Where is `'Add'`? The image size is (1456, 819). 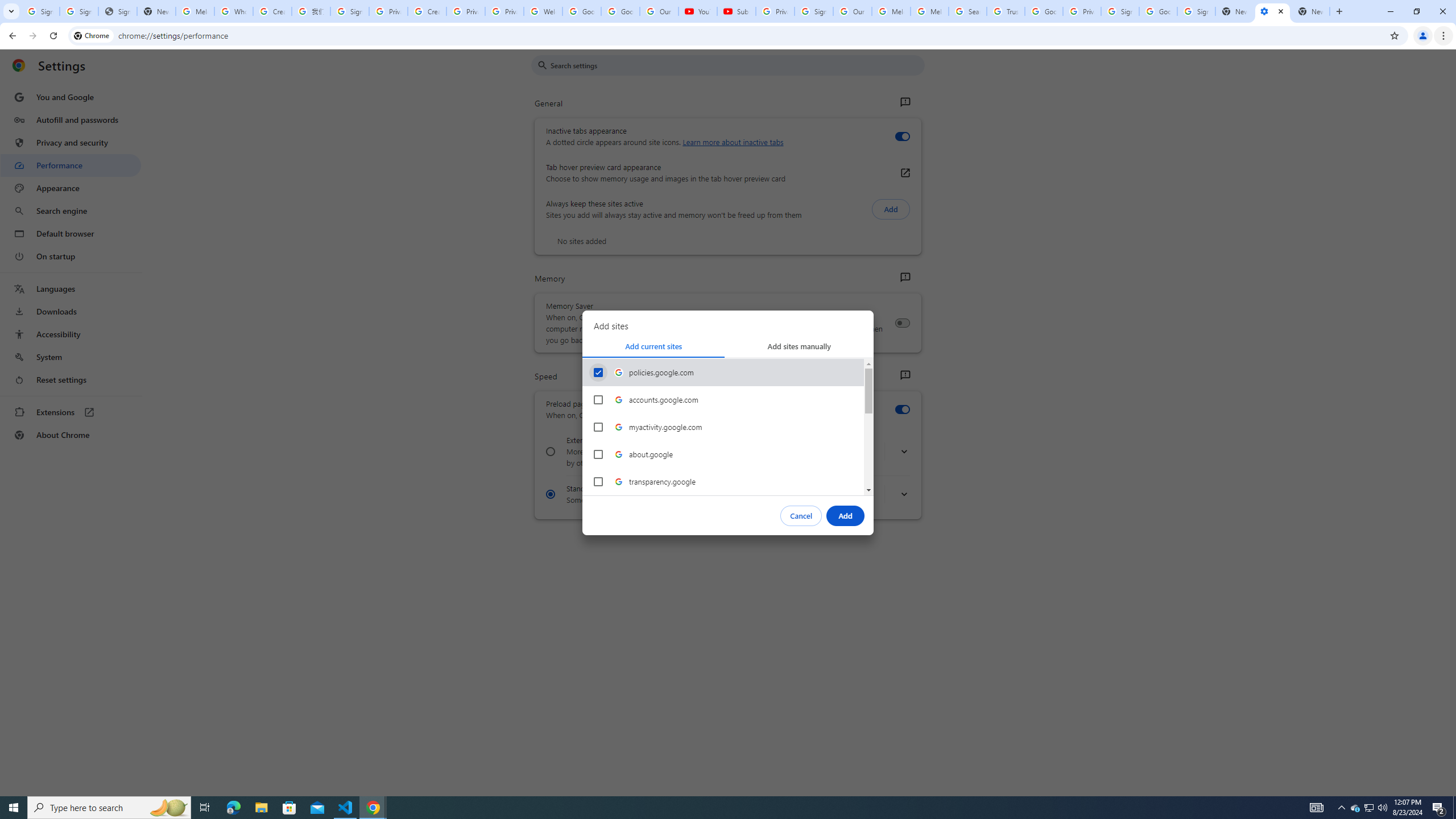
'Add' is located at coordinates (846, 515).